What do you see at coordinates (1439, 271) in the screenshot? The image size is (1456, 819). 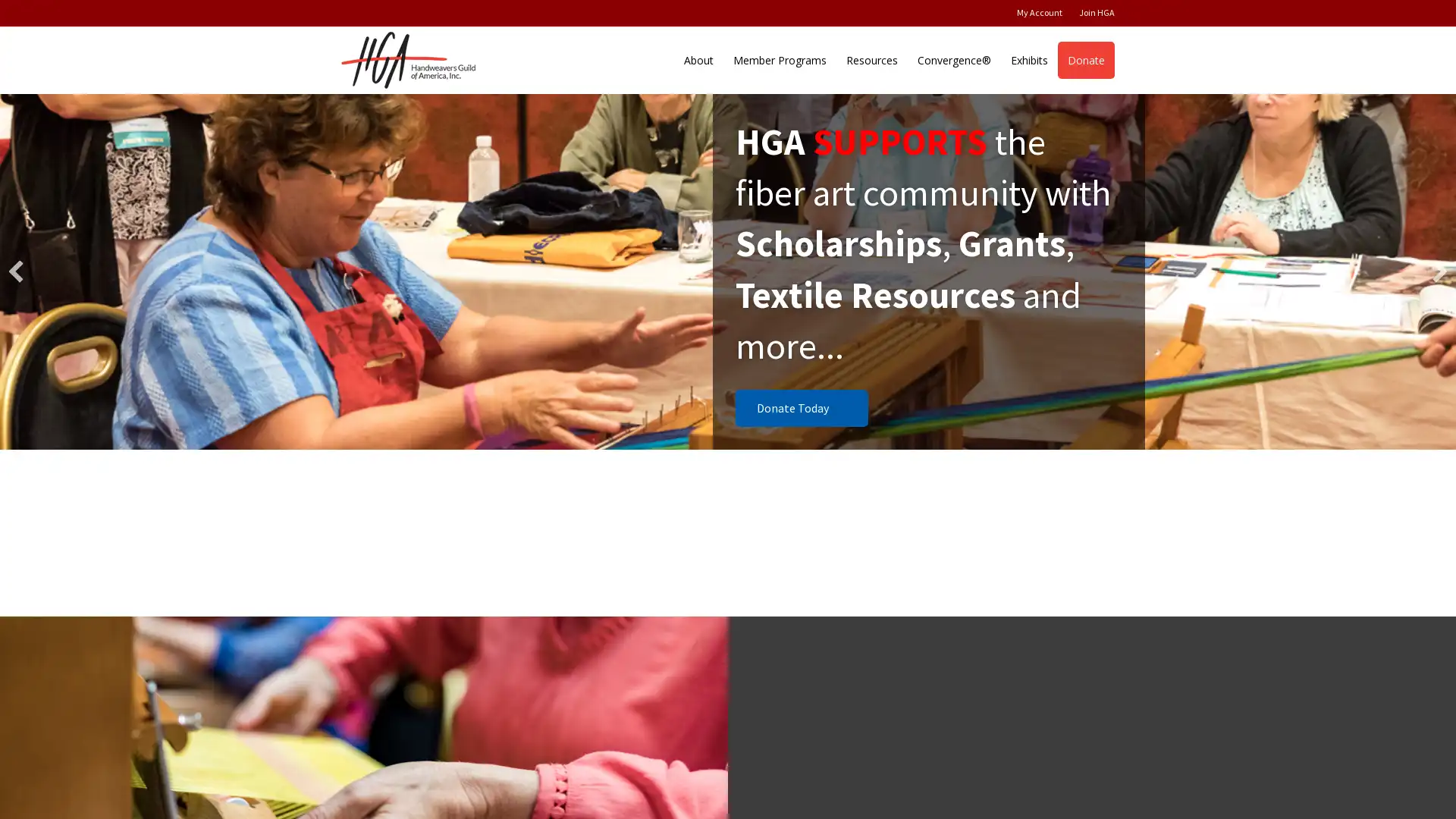 I see `next` at bounding box center [1439, 271].